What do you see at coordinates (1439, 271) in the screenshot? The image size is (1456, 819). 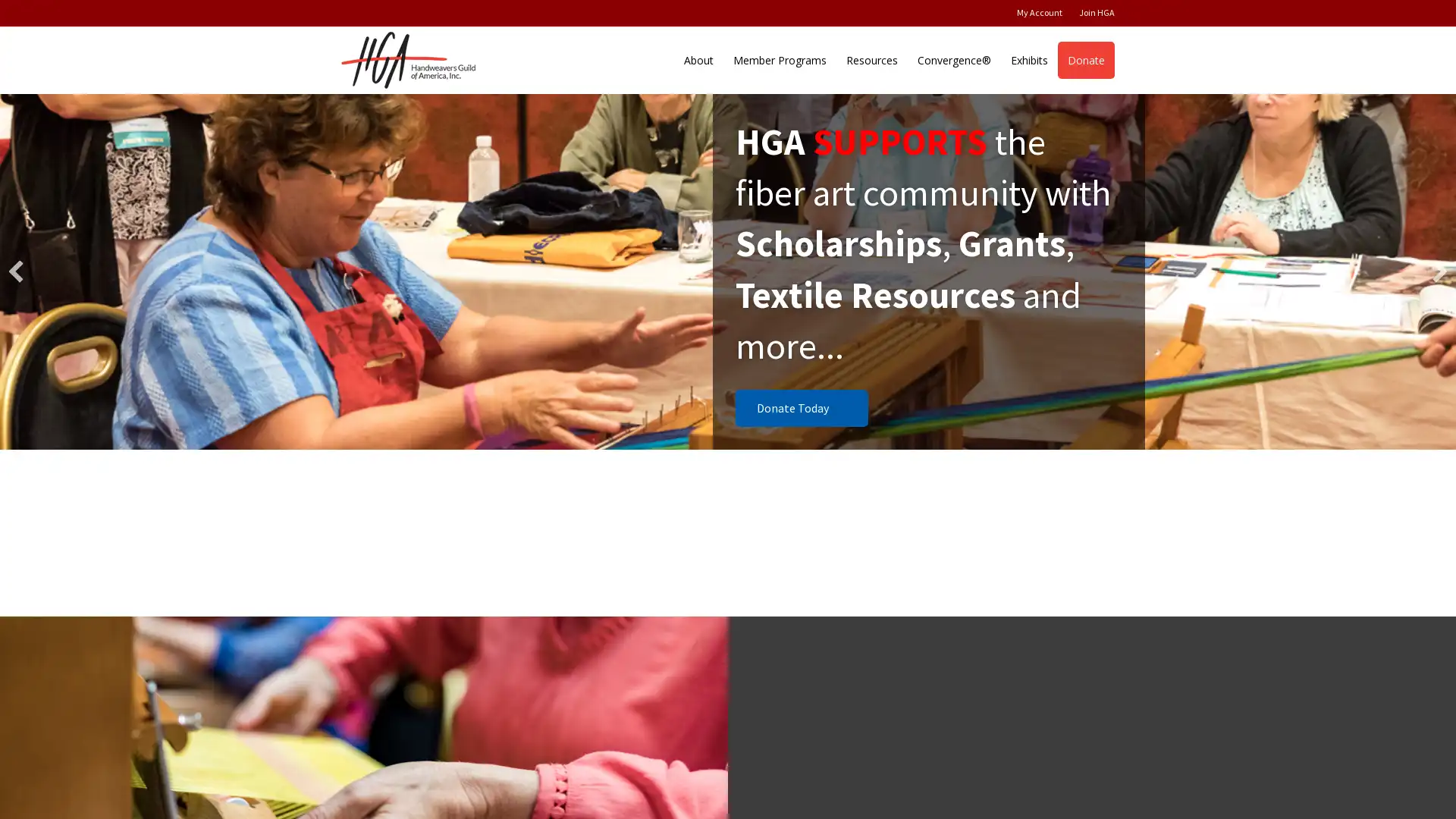 I see `next` at bounding box center [1439, 271].